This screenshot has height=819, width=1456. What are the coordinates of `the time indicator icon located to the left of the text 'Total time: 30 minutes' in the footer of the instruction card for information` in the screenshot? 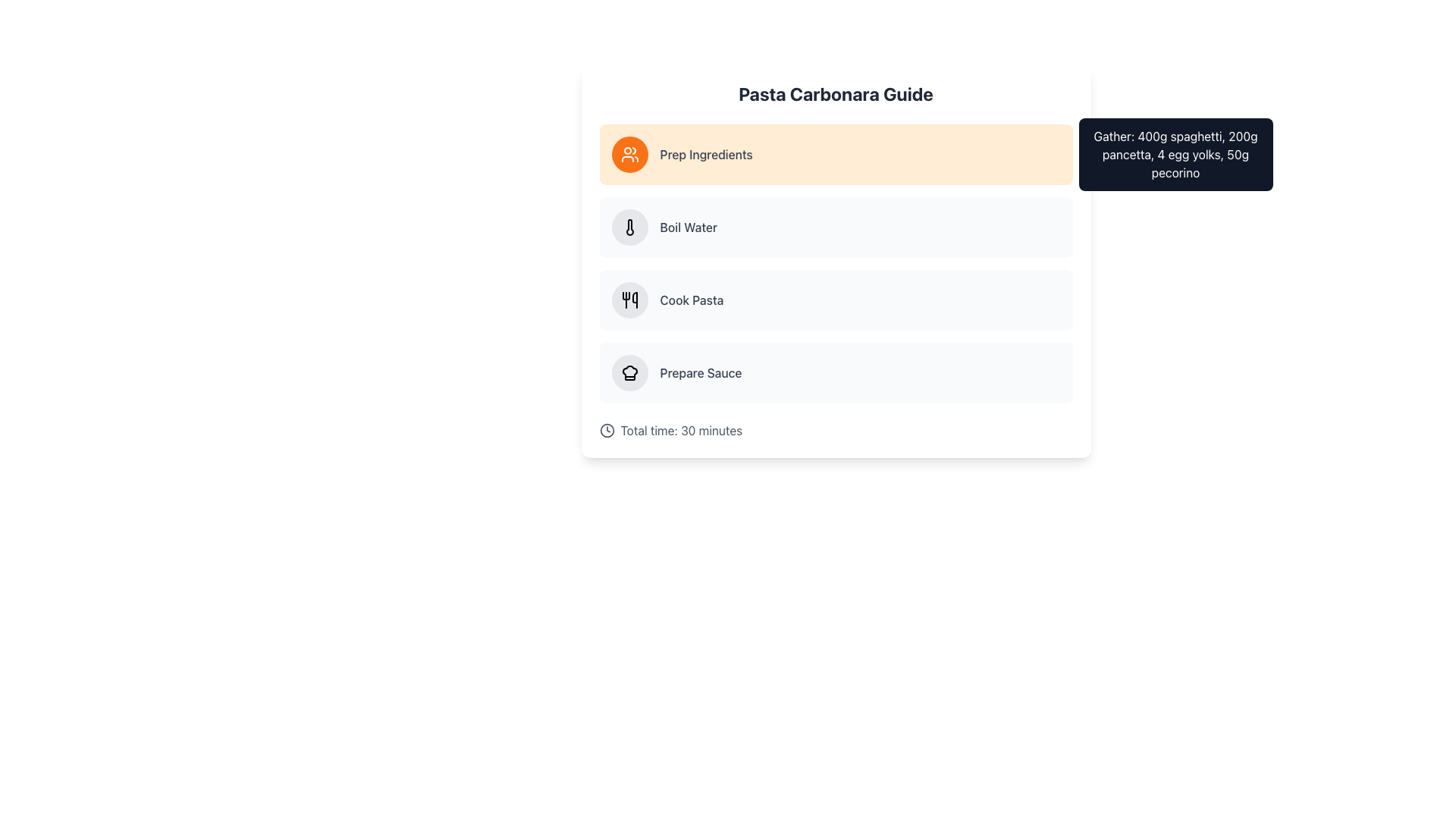 It's located at (607, 430).